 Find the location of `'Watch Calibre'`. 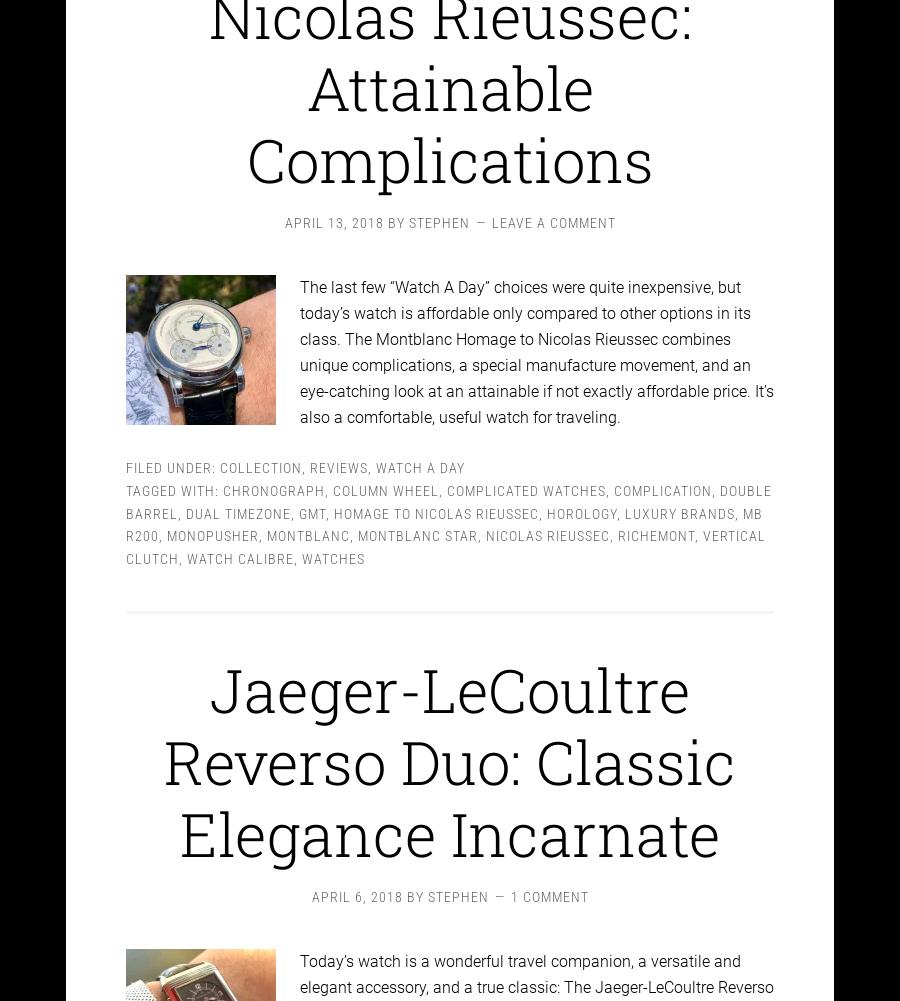

'Watch Calibre' is located at coordinates (239, 541).